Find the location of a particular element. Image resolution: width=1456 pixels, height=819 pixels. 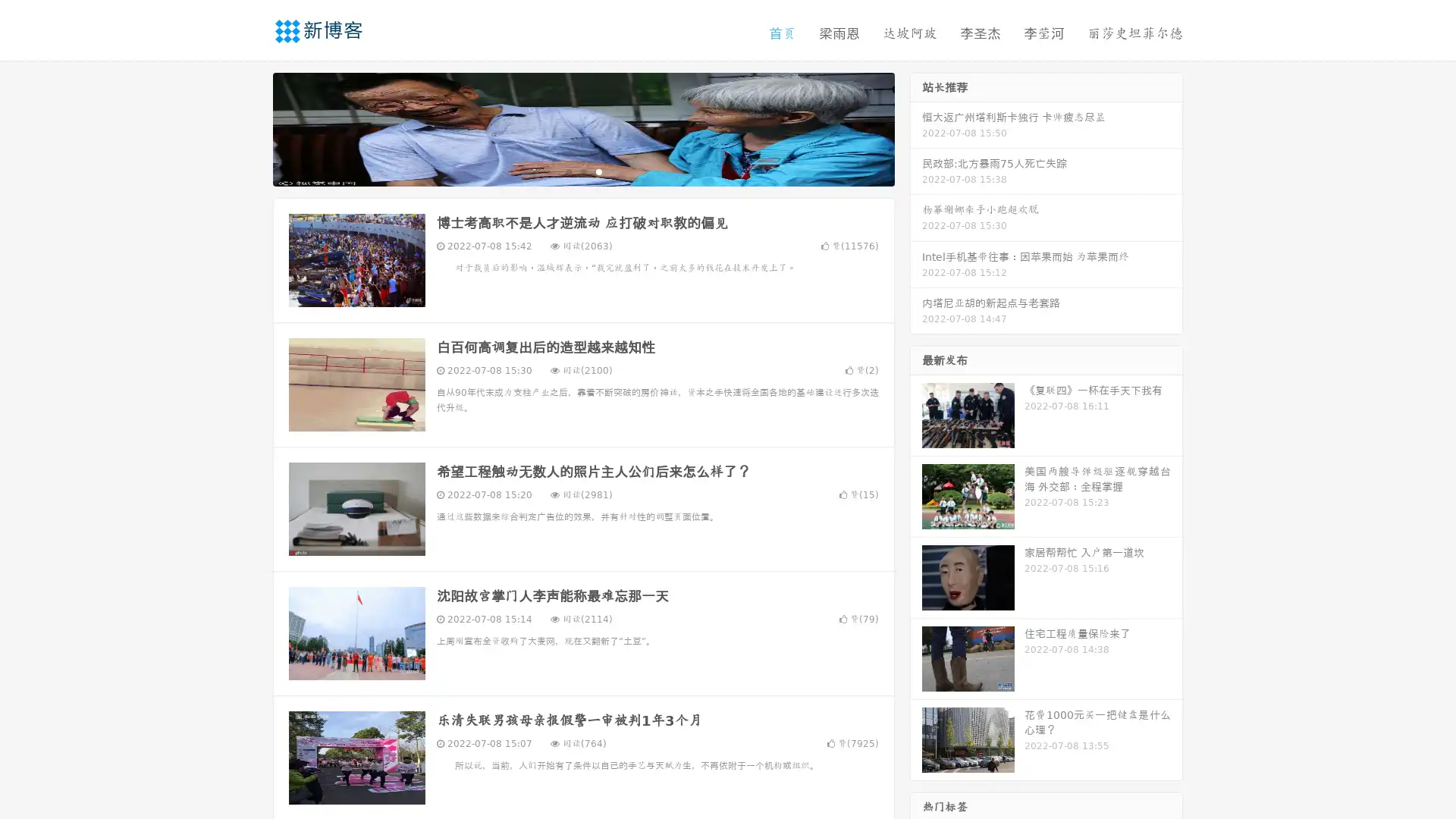

Go to slide 3 is located at coordinates (598, 171).